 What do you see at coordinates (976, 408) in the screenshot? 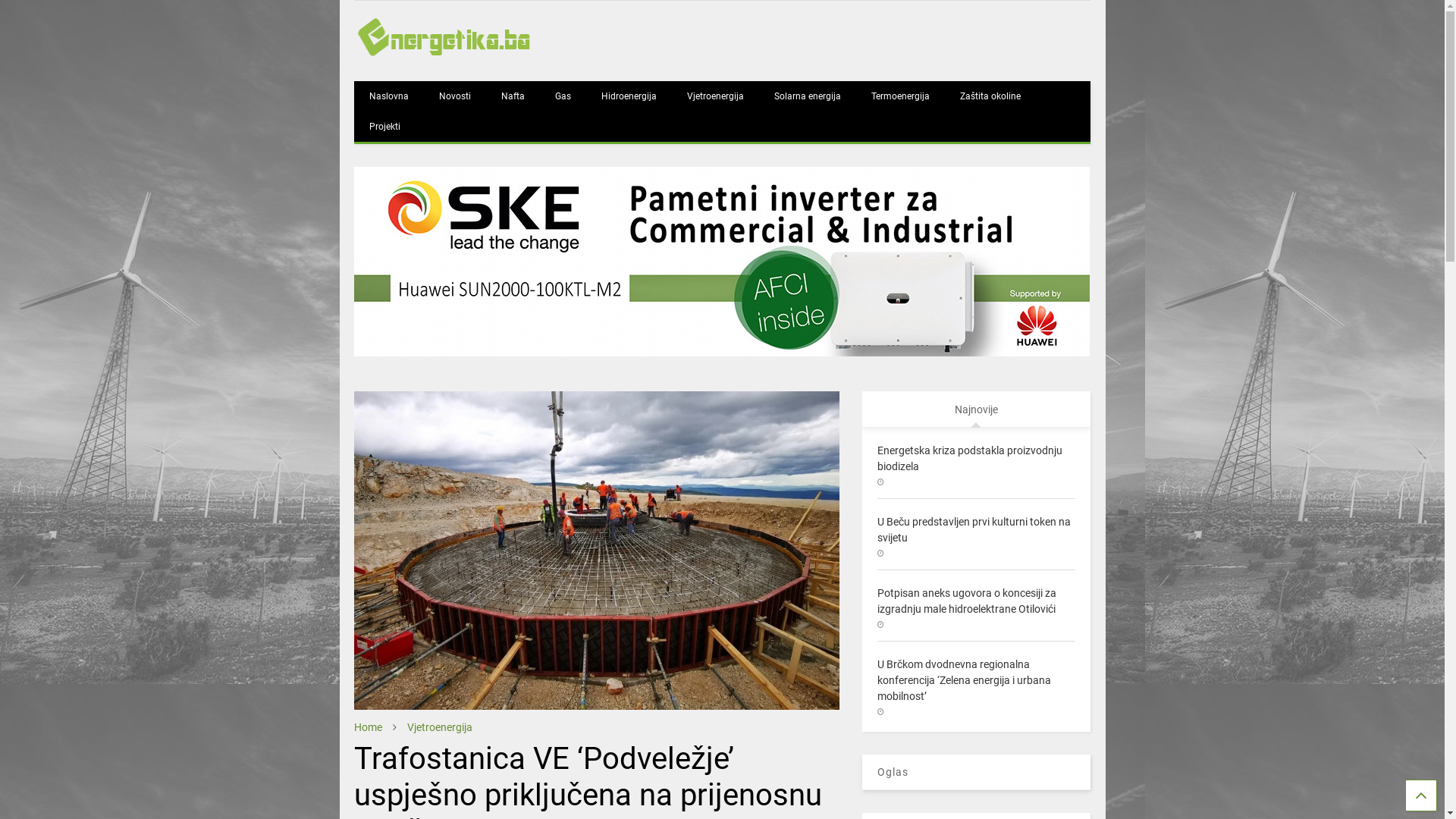
I see `'Najnovije'` at bounding box center [976, 408].